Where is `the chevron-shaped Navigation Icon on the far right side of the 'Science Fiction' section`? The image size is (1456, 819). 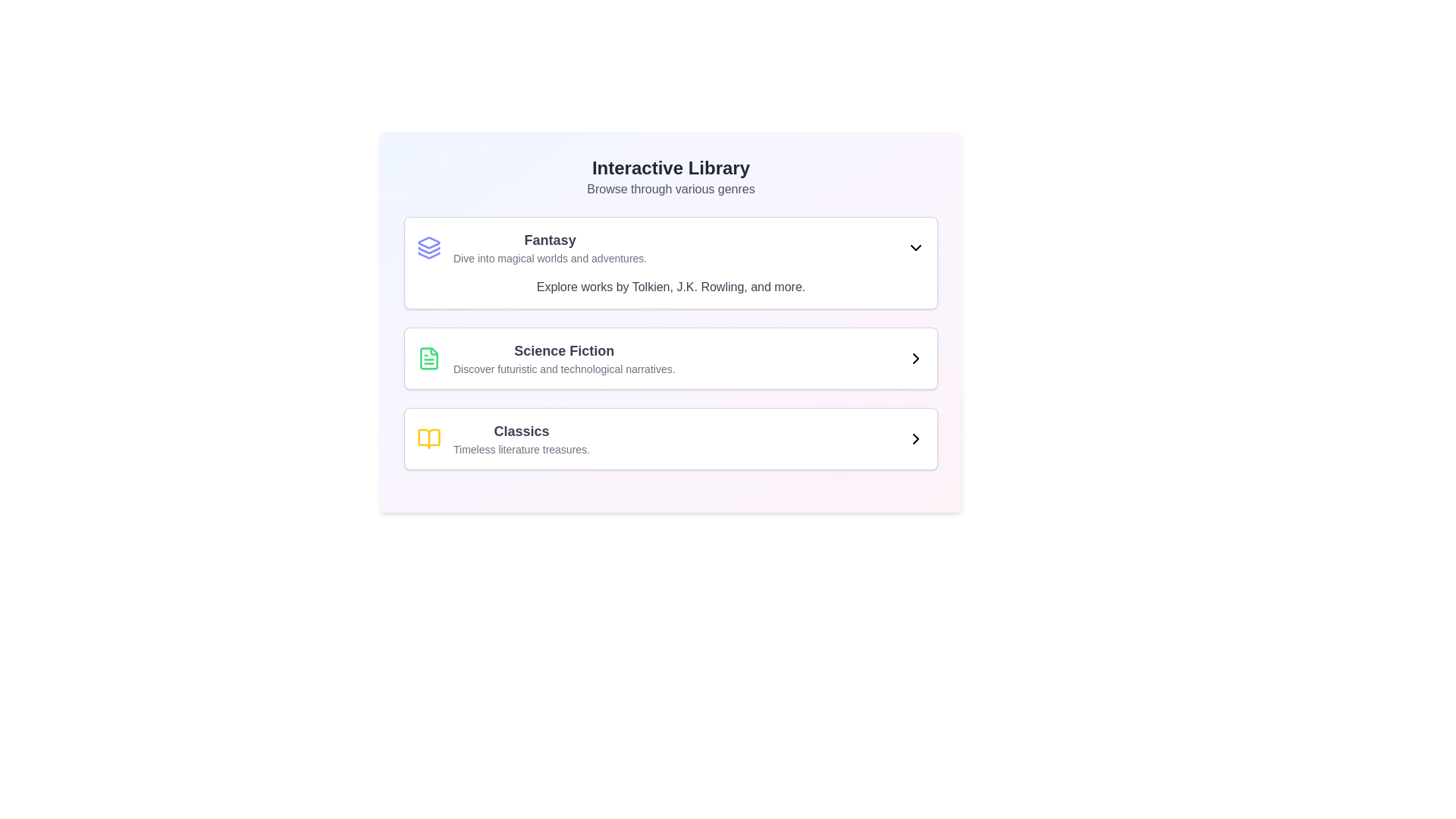
the chevron-shaped Navigation Icon on the far right side of the 'Science Fiction' section is located at coordinates (915, 359).